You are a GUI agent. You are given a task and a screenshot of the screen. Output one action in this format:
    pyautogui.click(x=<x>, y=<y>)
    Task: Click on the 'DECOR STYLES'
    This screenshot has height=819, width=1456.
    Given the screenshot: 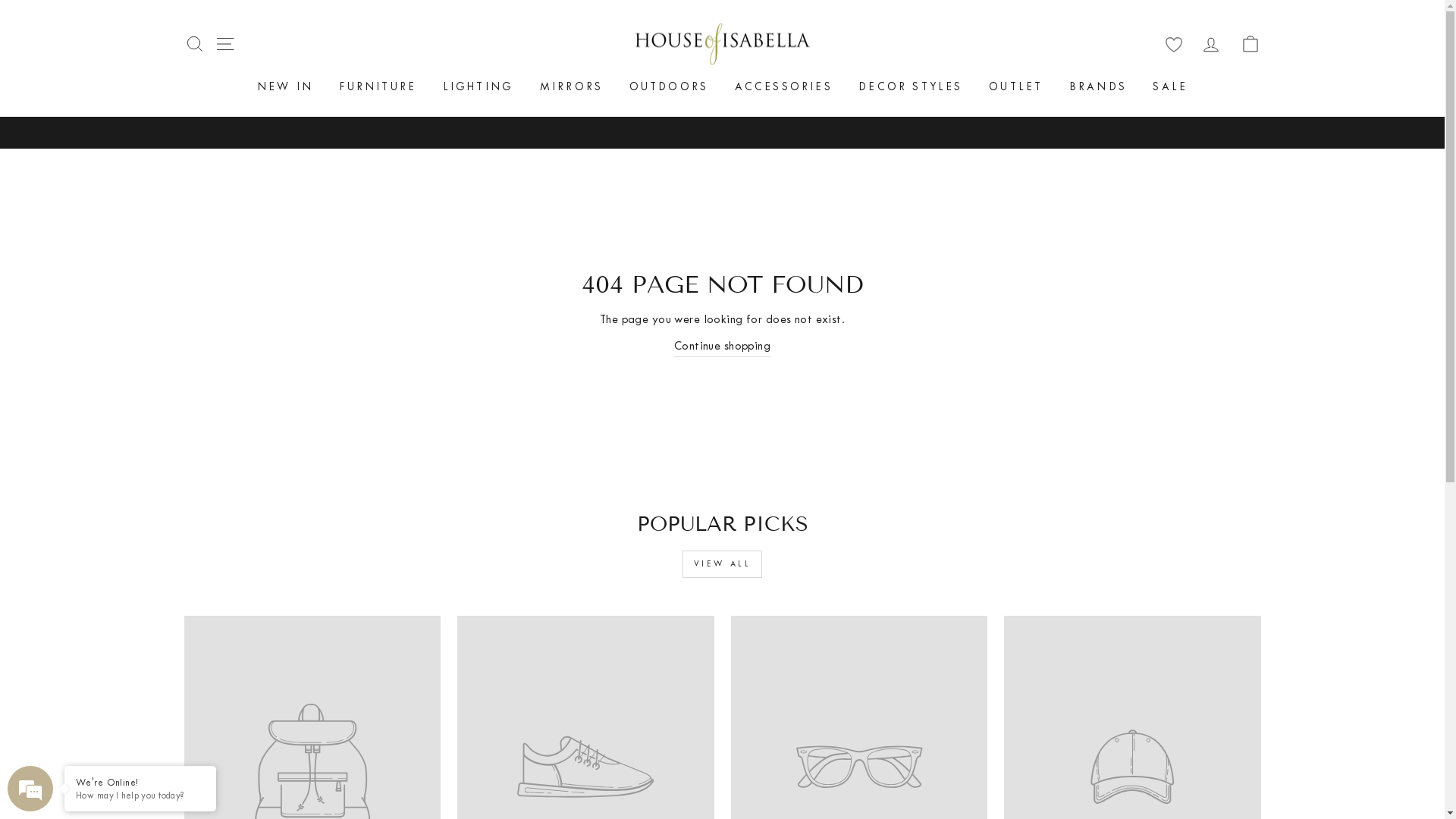 What is the action you would take?
    pyautogui.click(x=910, y=86)
    